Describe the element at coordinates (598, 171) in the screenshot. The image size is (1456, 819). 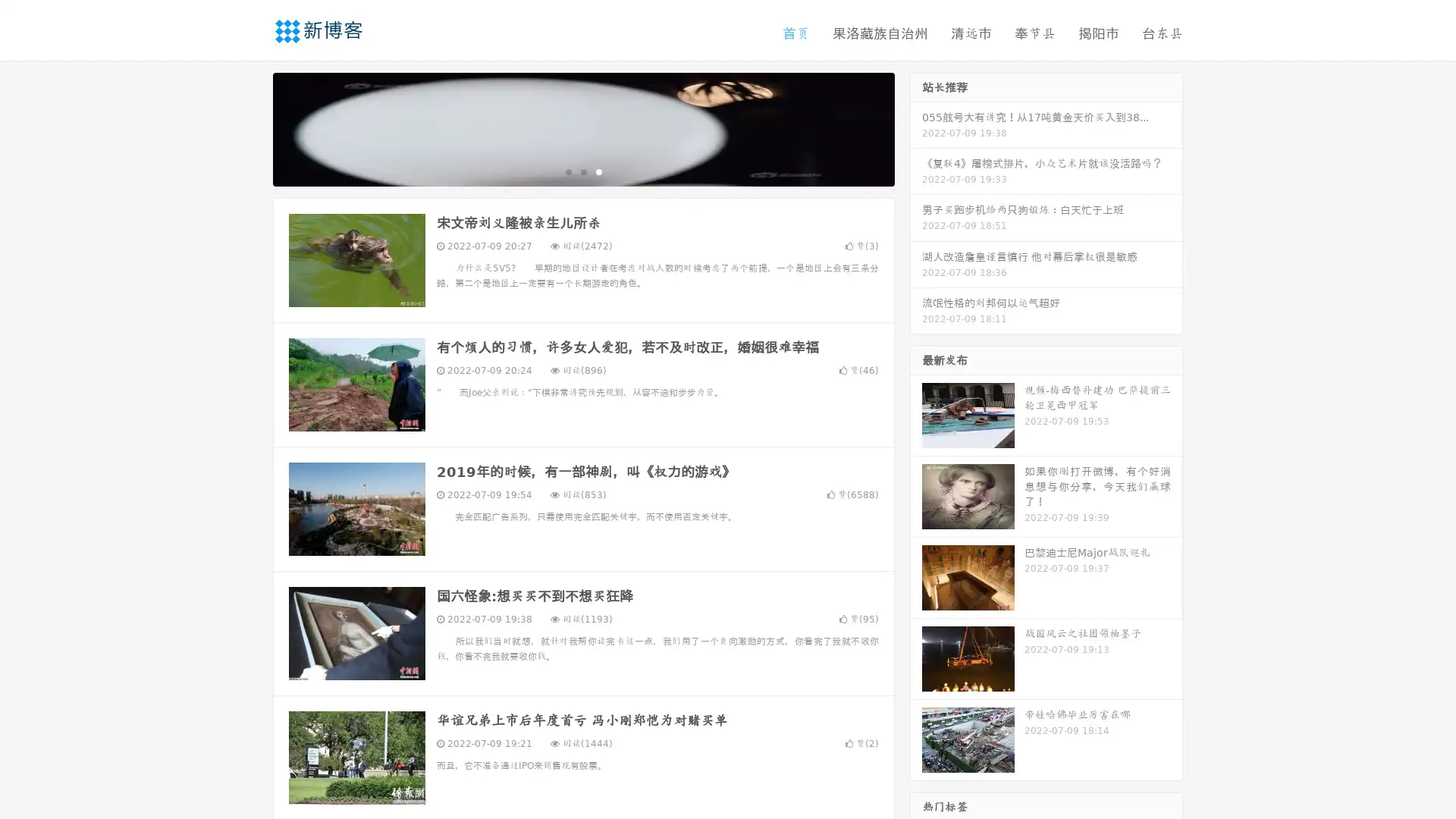
I see `Go to slide 3` at that location.